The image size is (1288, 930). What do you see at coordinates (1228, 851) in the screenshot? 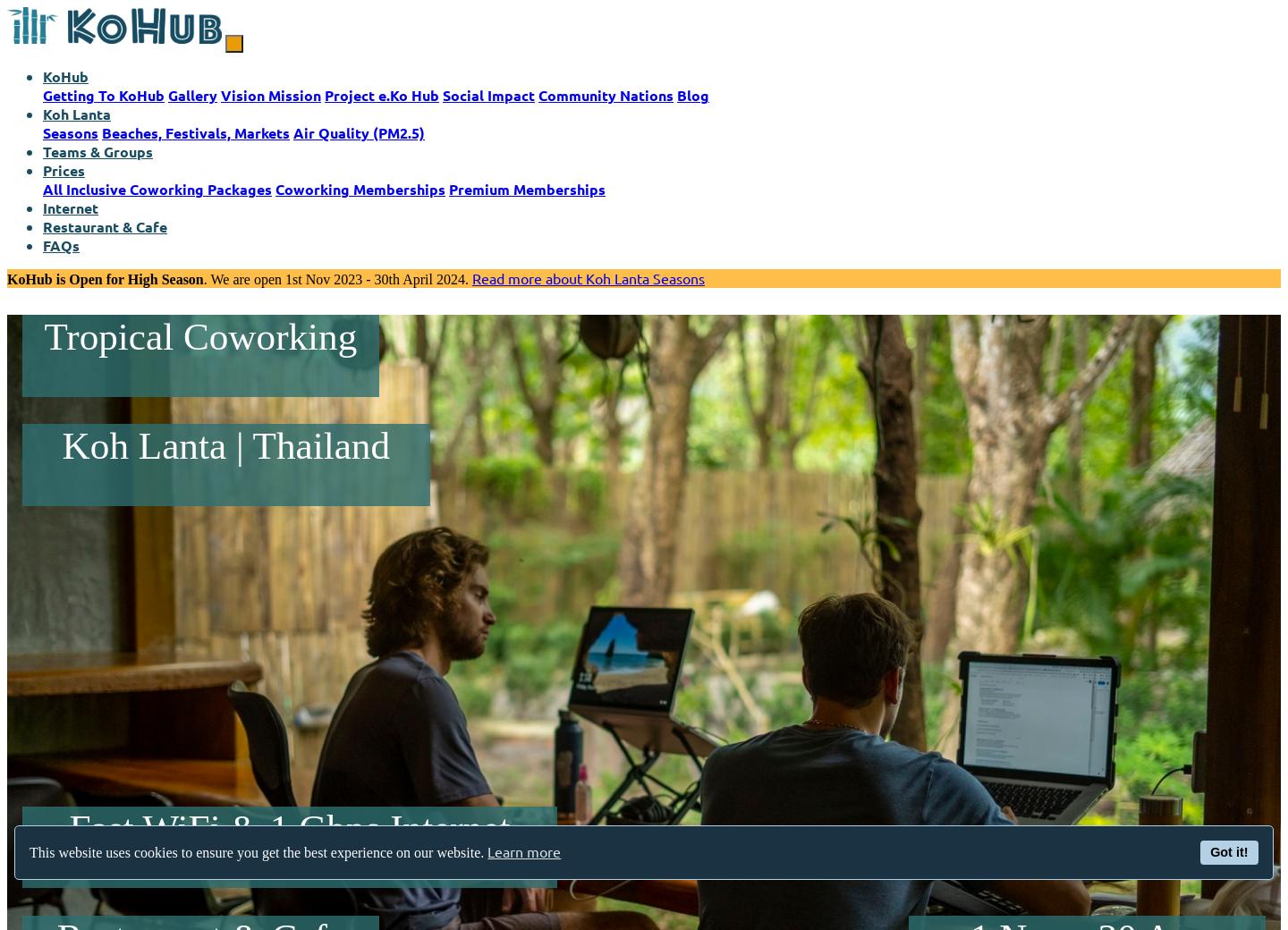
I see `'Got it!'` at bounding box center [1228, 851].